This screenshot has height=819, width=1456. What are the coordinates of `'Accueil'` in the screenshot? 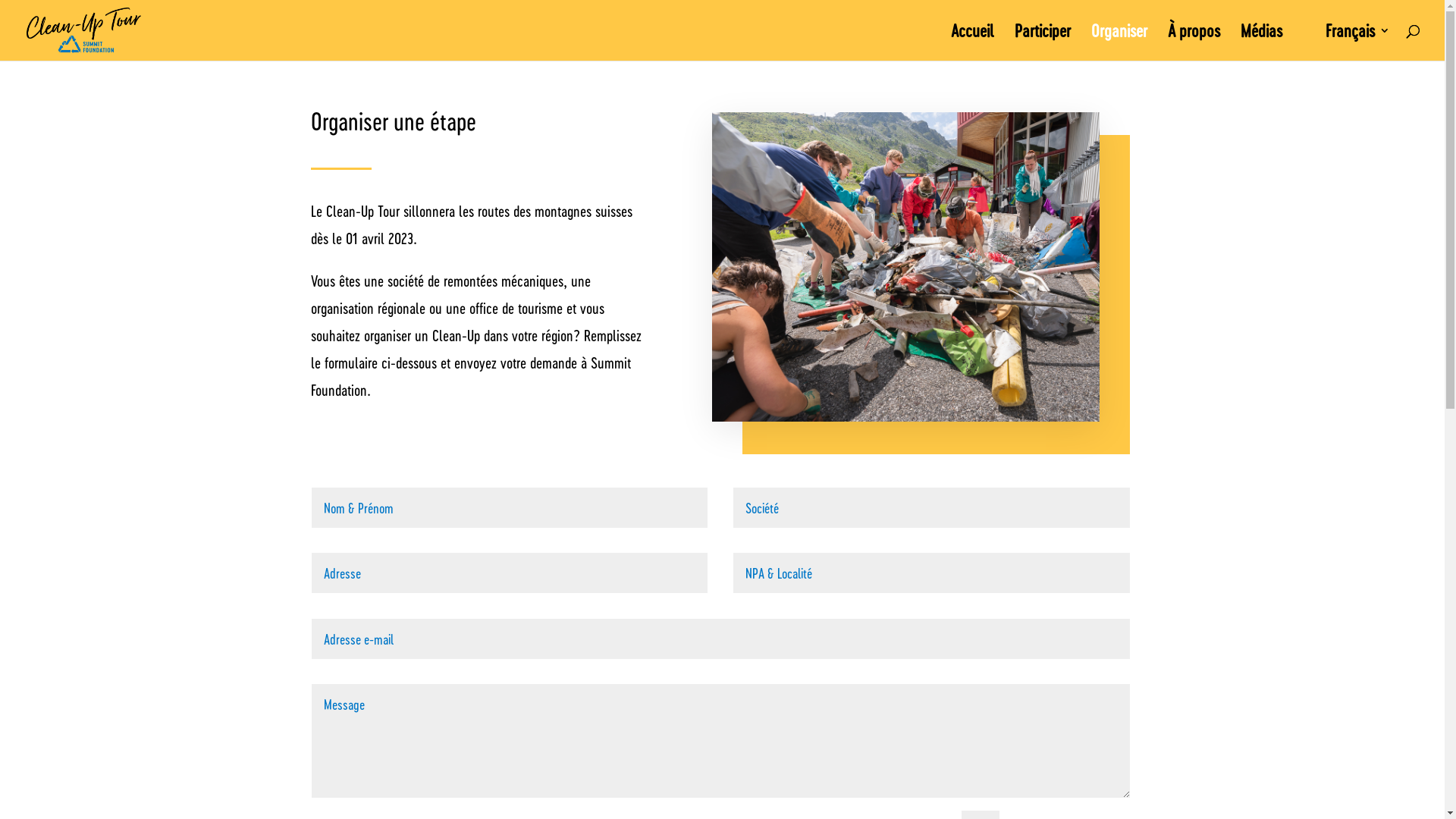 It's located at (972, 42).